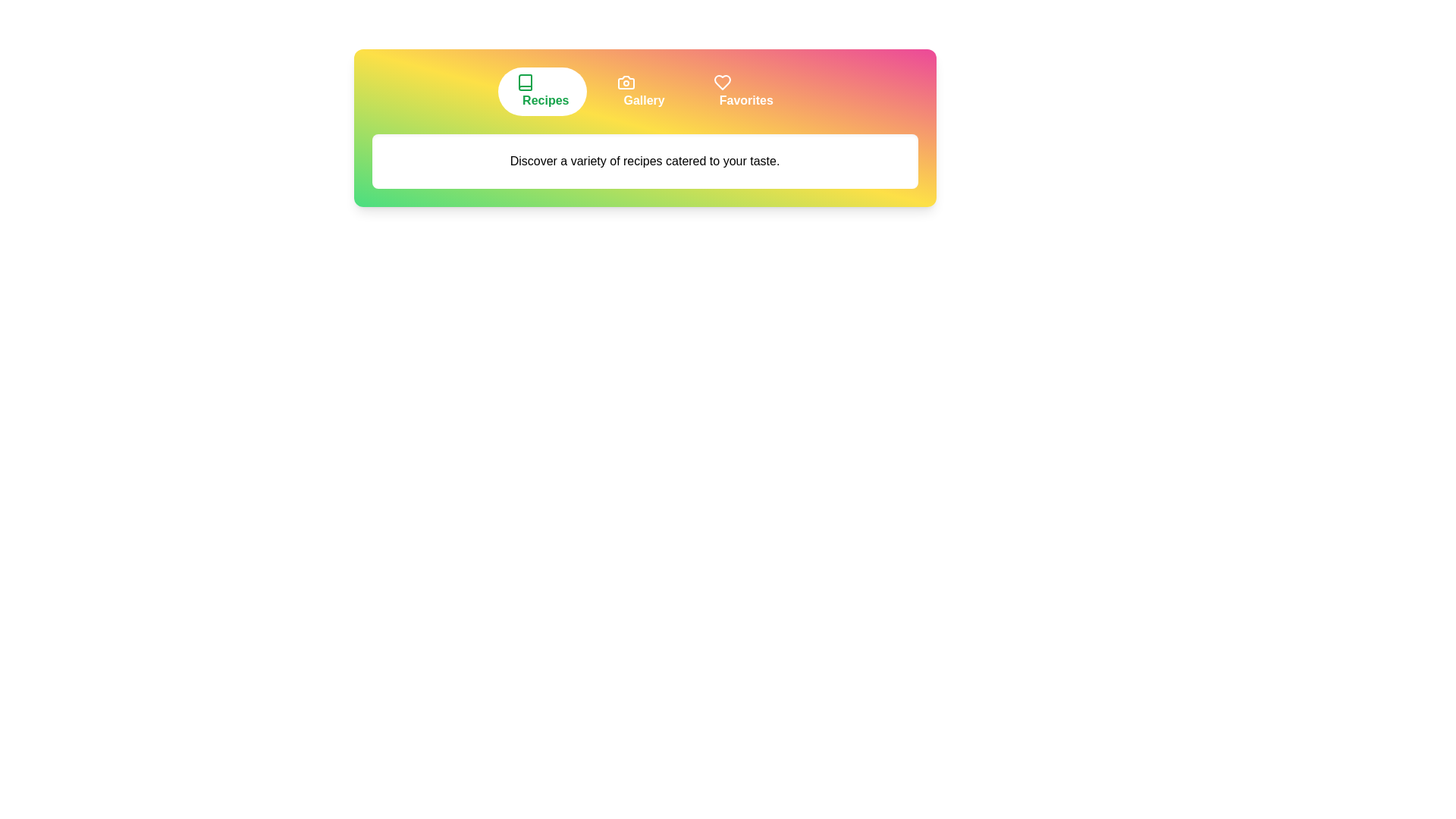 The height and width of the screenshot is (819, 1456). What do you see at coordinates (542, 91) in the screenshot?
I see `the tab labeled 'Recipes' to view its content` at bounding box center [542, 91].